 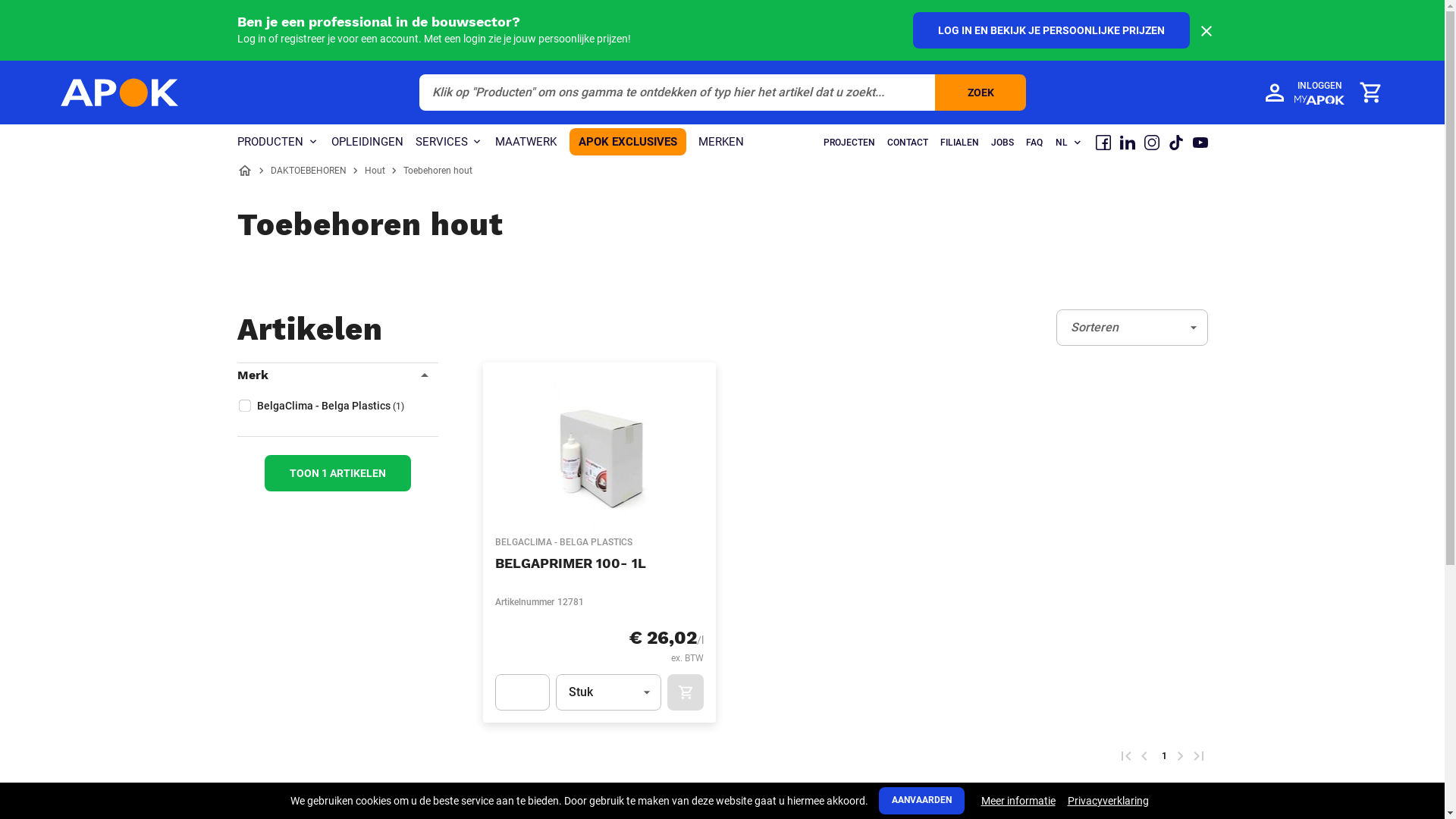 I want to click on 'TOON 1 ARTIKELEN', so click(x=263, y=472).